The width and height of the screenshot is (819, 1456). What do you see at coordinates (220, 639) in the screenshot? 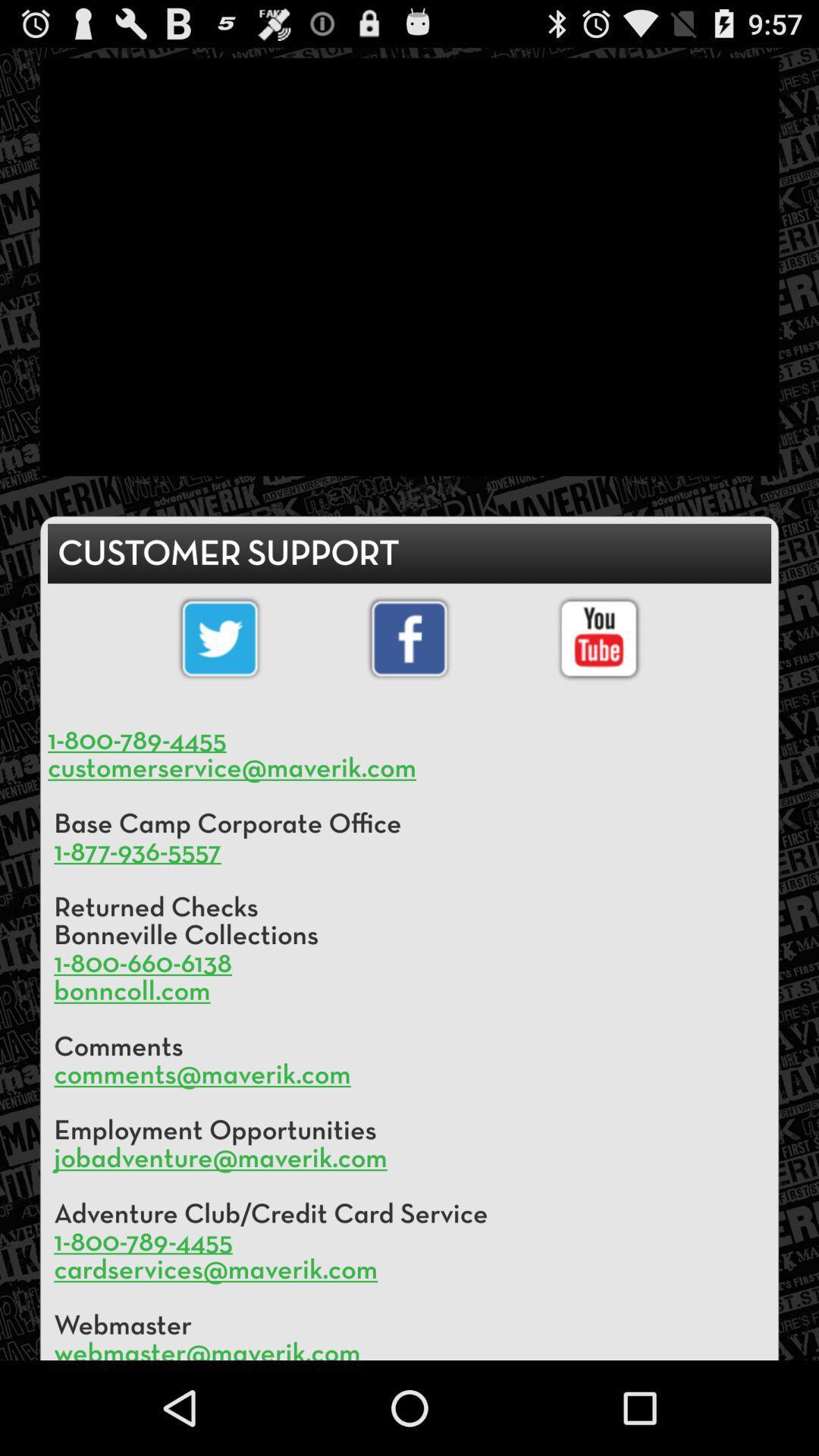
I see `company twitter` at bounding box center [220, 639].